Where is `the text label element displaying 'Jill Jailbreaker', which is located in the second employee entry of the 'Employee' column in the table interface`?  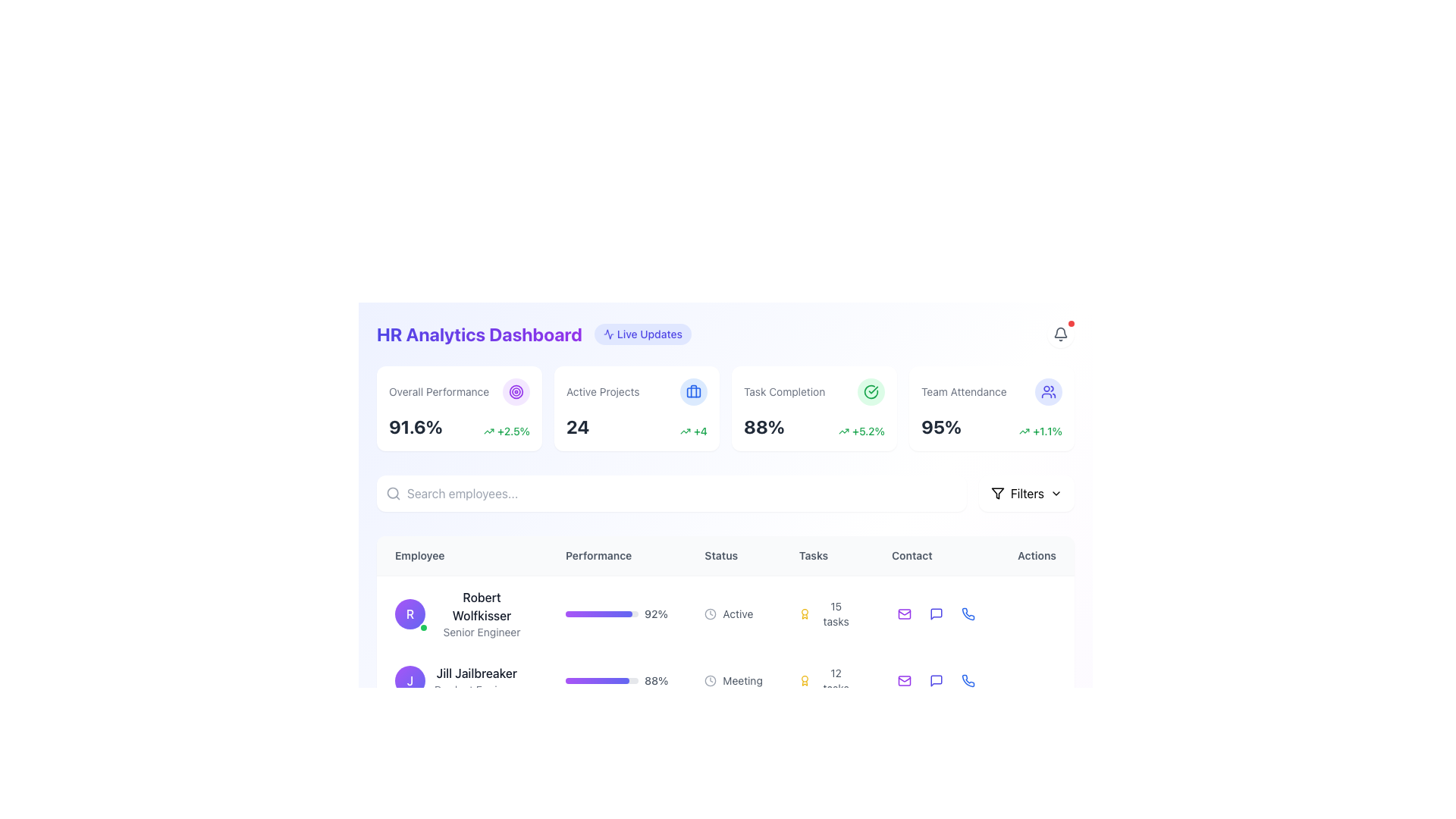 the text label element displaying 'Jill Jailbreaker', which is located in the second employee entry of the 'Employee' column in the table interface is located at coordinates (475, 672).